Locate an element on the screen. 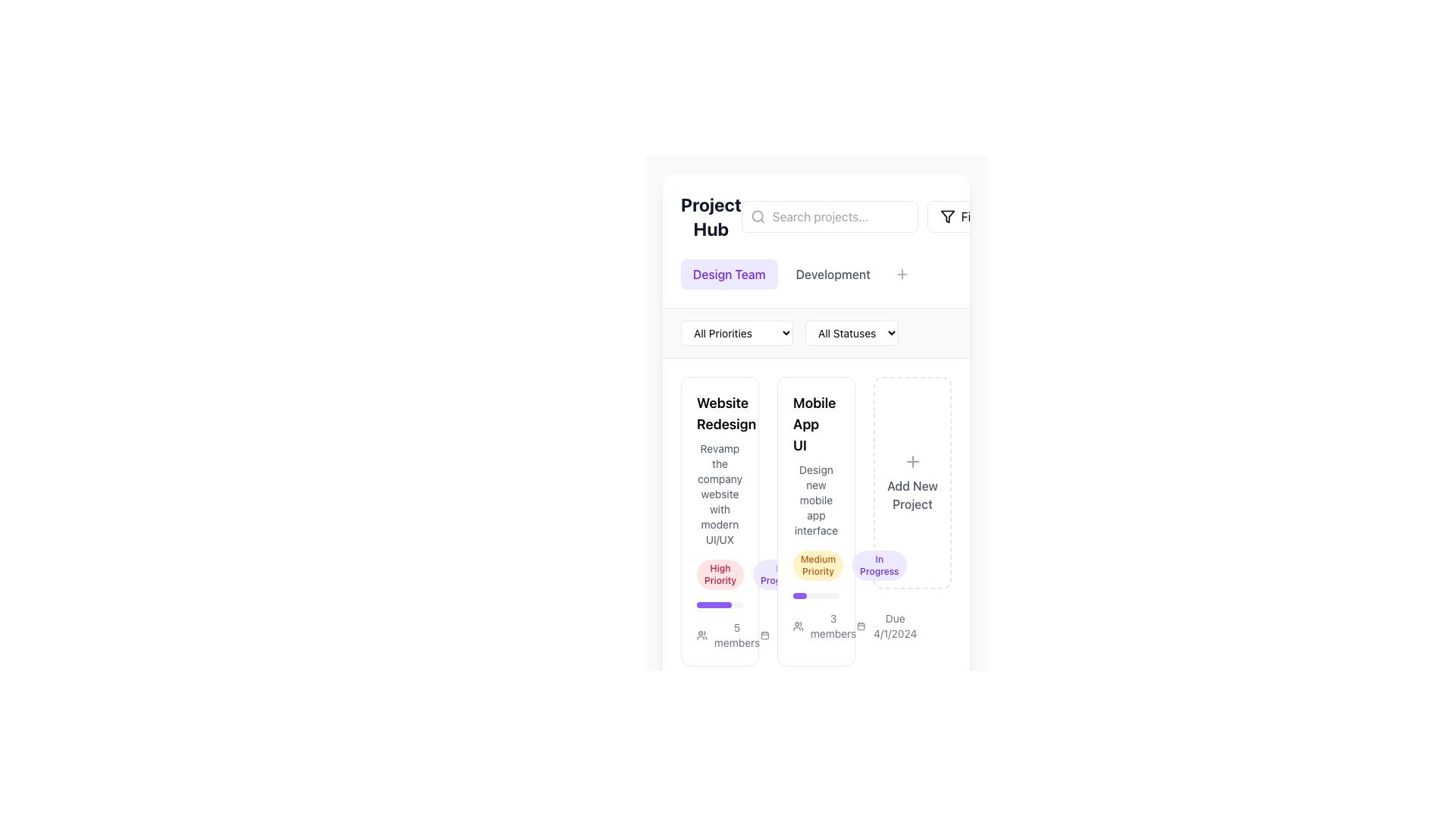 This screenshot has width=1456, height=819. the filter button located in the top-right corner of the interface is located at coordinates (966, 216).